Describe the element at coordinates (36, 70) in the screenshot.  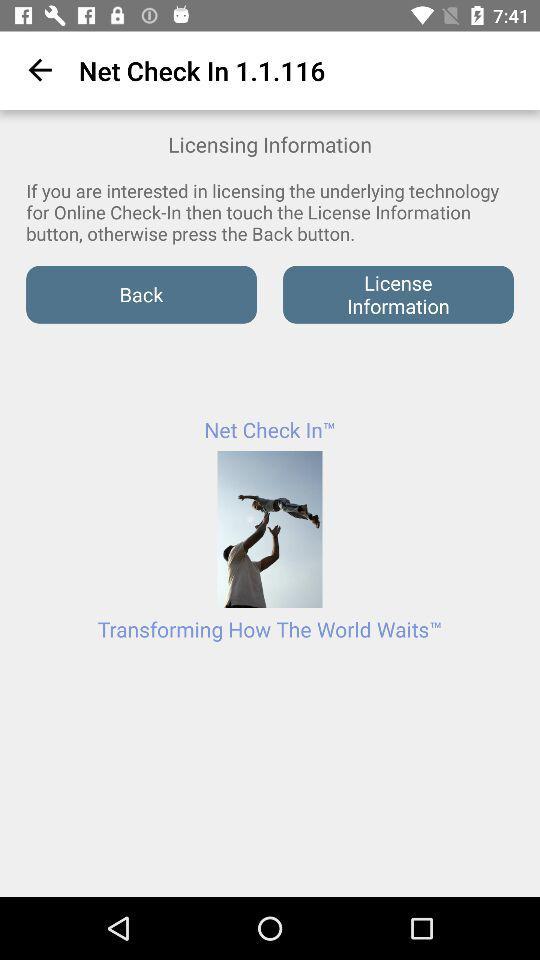
I see `the app next to the net check in icon` at that location.